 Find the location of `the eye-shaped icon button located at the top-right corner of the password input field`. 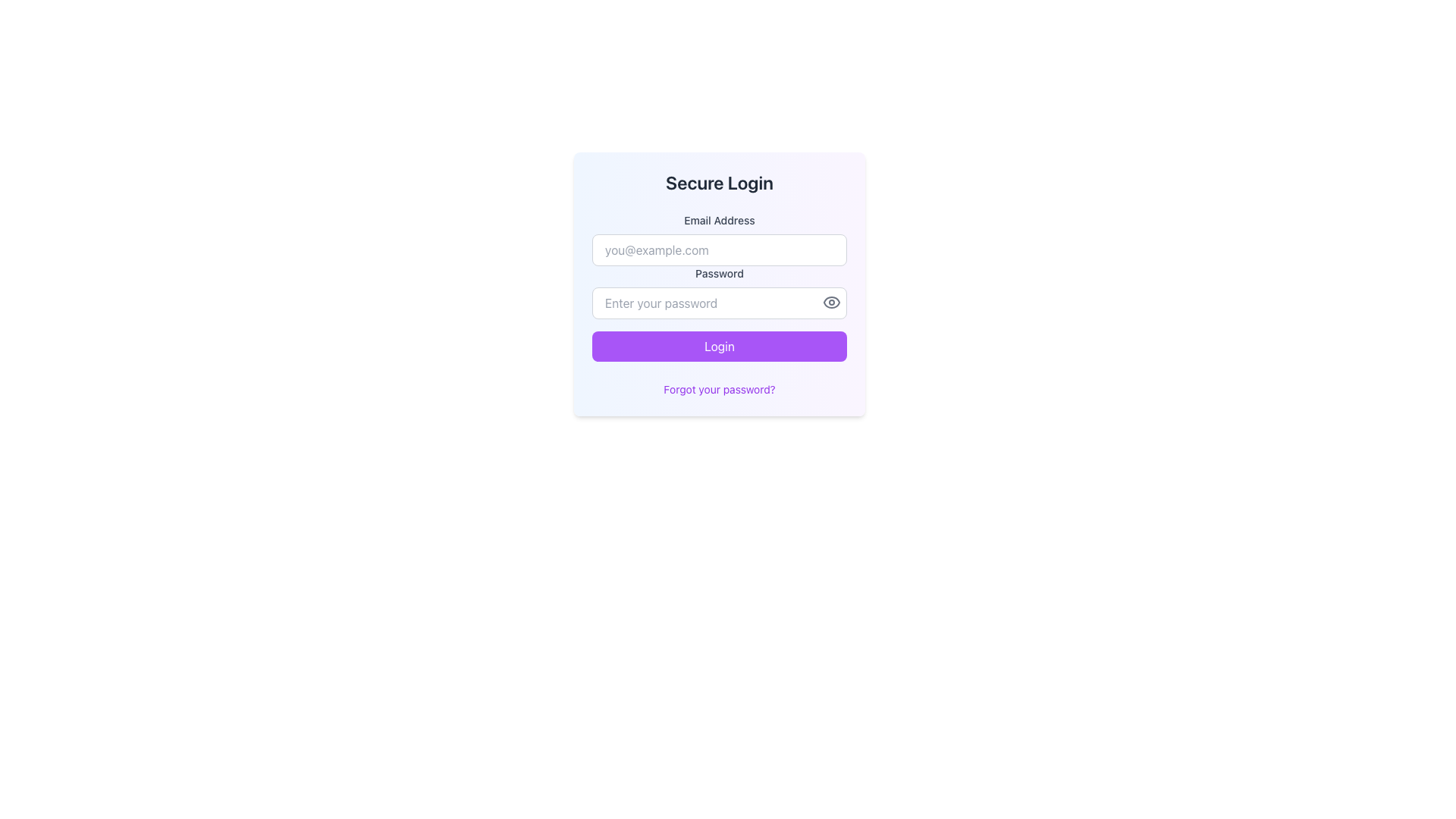

the eye-shaped icon button located at the top-right corner of the password input field is located at coordinates (831, 302).